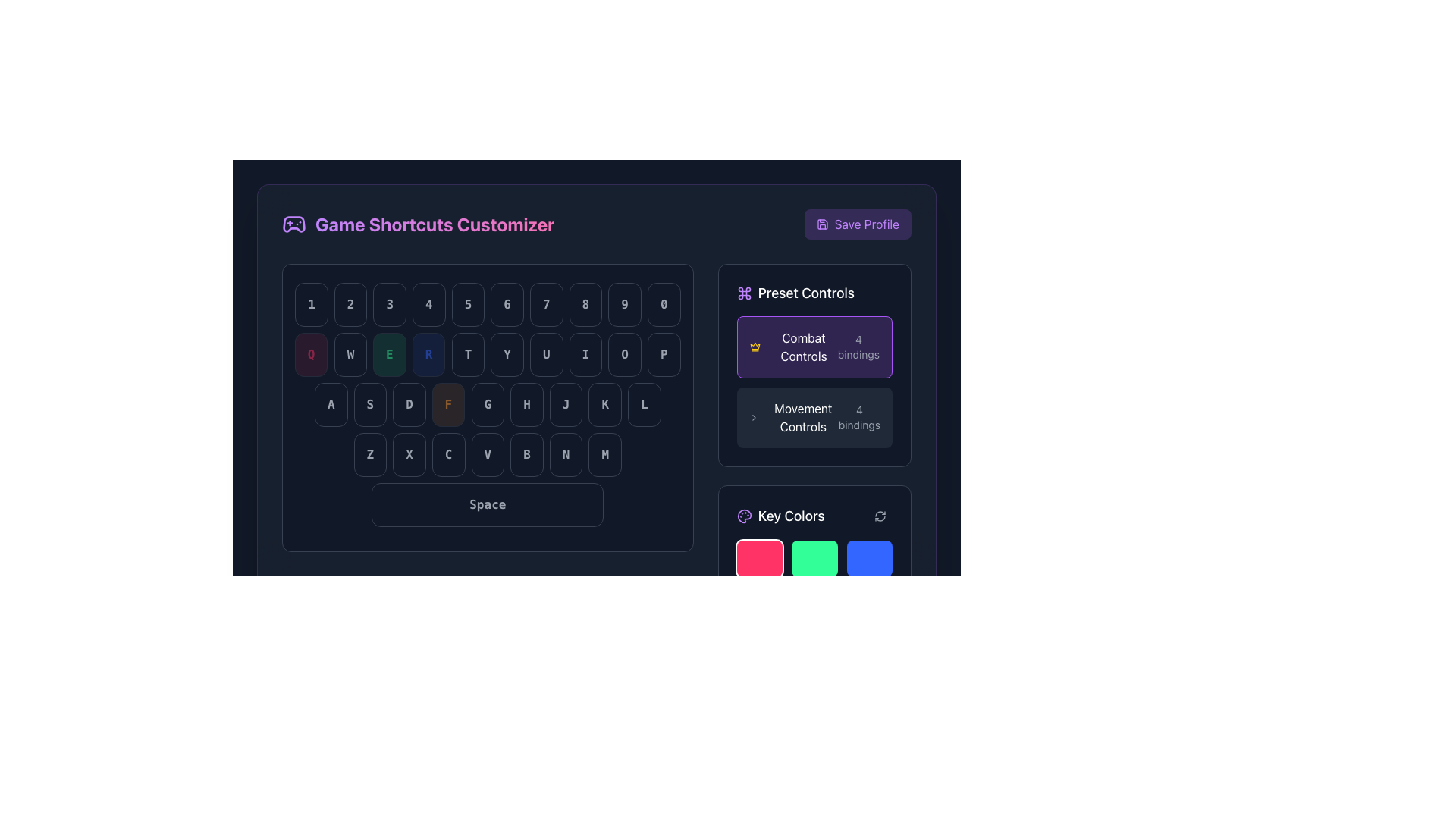 The image size is (1456, 819). Describe the element at coordinates (350, 354) in the screenshot. I see `the button-like UI component displaying the letter 'W', which is styled with a dark background and gray text, located in the second row of the keyboard area beneath the 'Game Shortcuts Customizer' header` at that location.